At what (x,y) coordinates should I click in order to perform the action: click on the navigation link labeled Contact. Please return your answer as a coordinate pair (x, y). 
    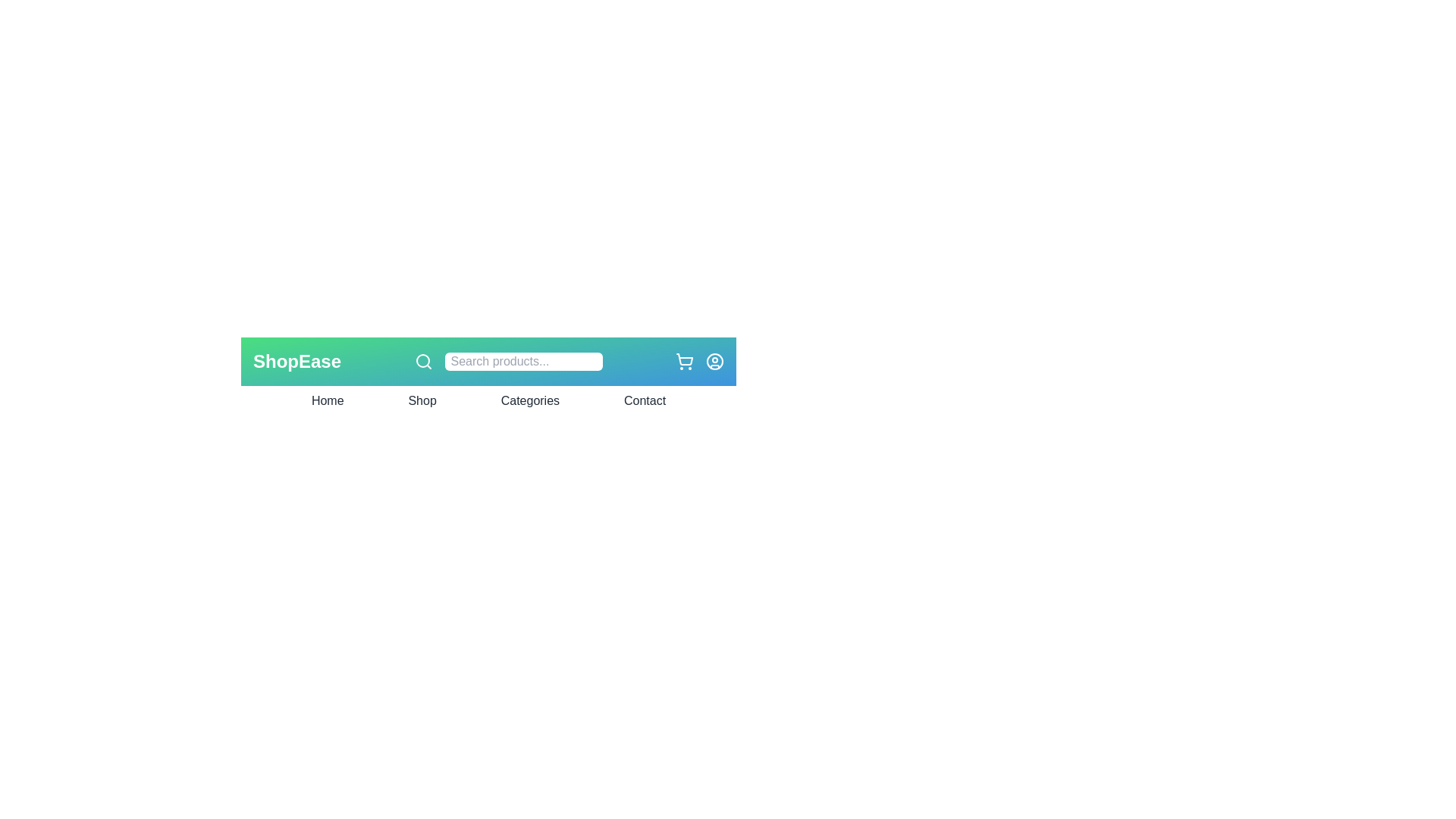
    Looking at the image, I should click on (644, 400).